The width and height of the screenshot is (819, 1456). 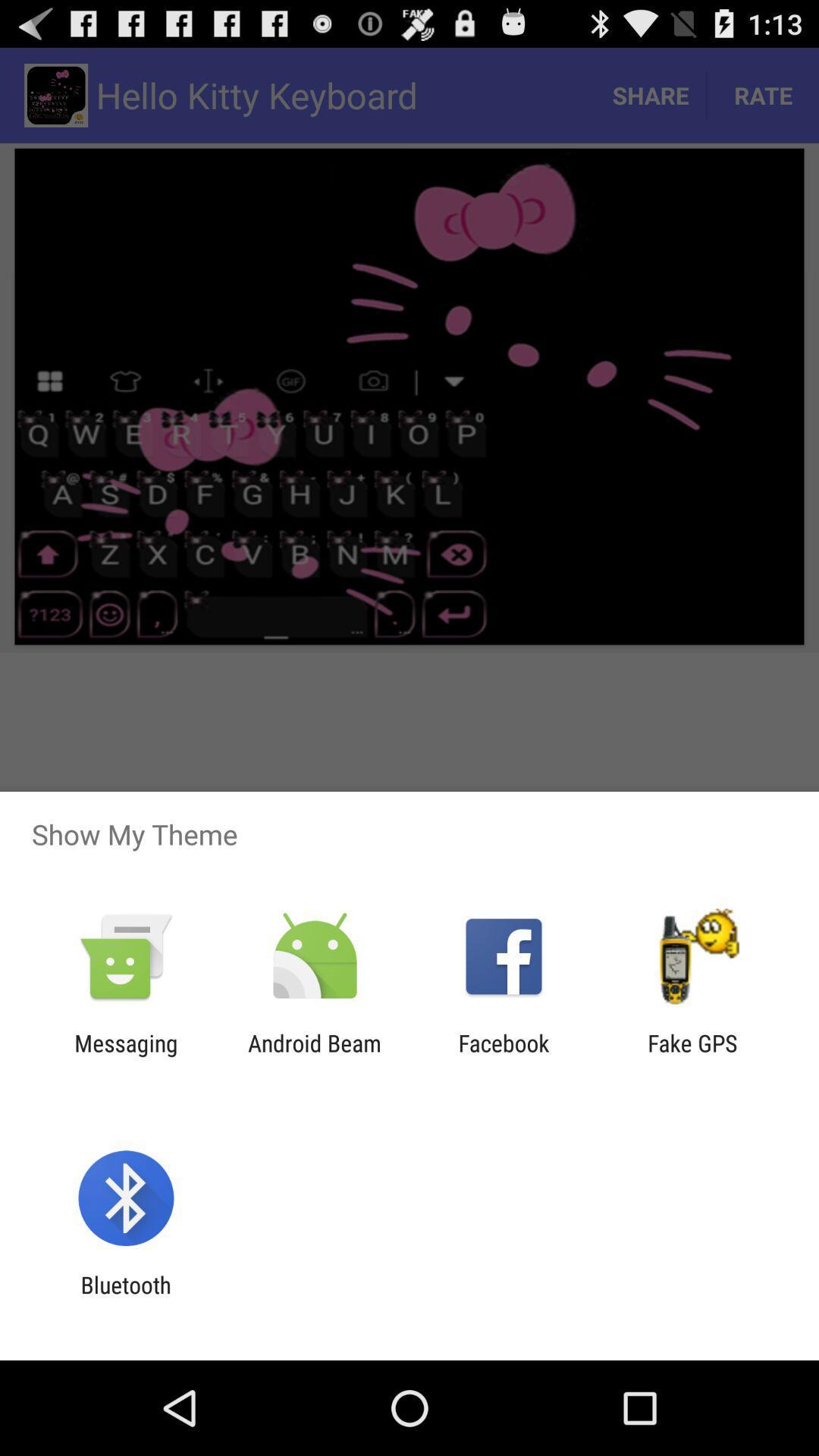 What do you see at coordinates (314, 1056) in the screenshot?
I see `the android beam item` at bounding box center [314, 1056].